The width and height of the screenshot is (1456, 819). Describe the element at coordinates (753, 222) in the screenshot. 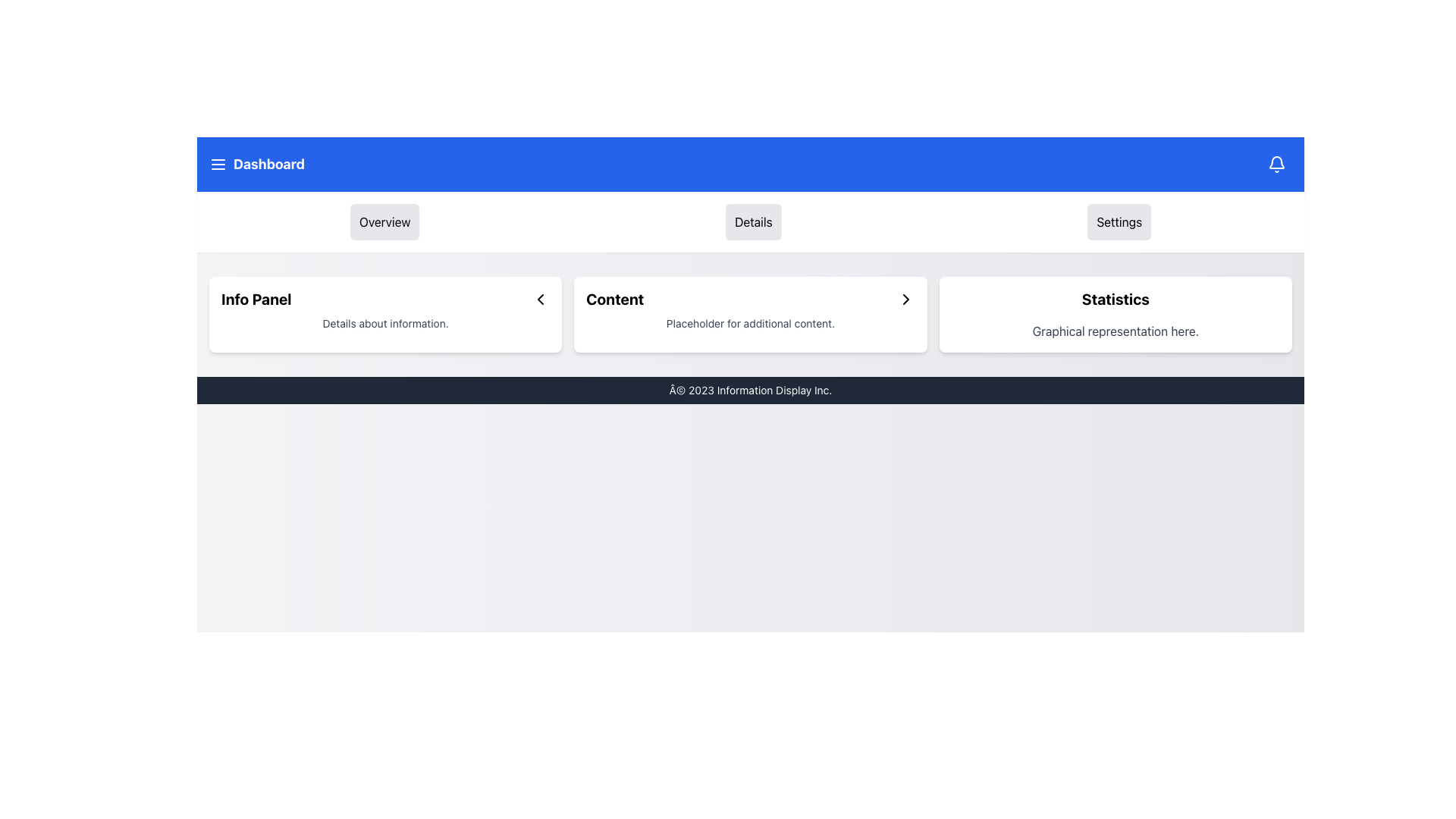

I see `the 'Details' button, the second button in a horizontal set of three buttons, to change its background color` at that location.